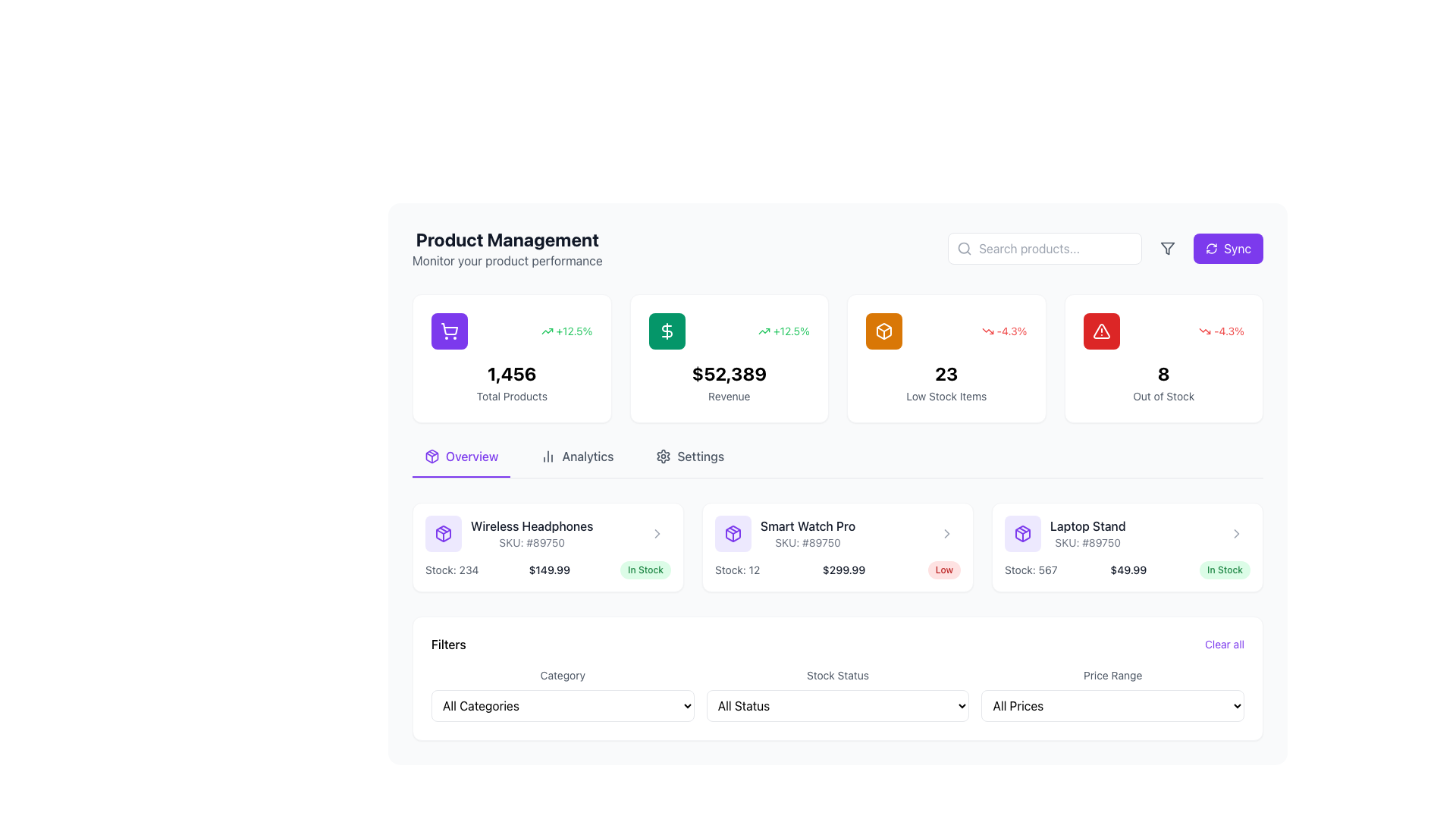 This screenshot has width=1456, height=819. Describe the element at coordinates (946, 374) in the screenshot. I see `the value displayed by the text element showing '23' in bold, located in the middle of the dashboard card for 'Low Stock Items'` at that location.